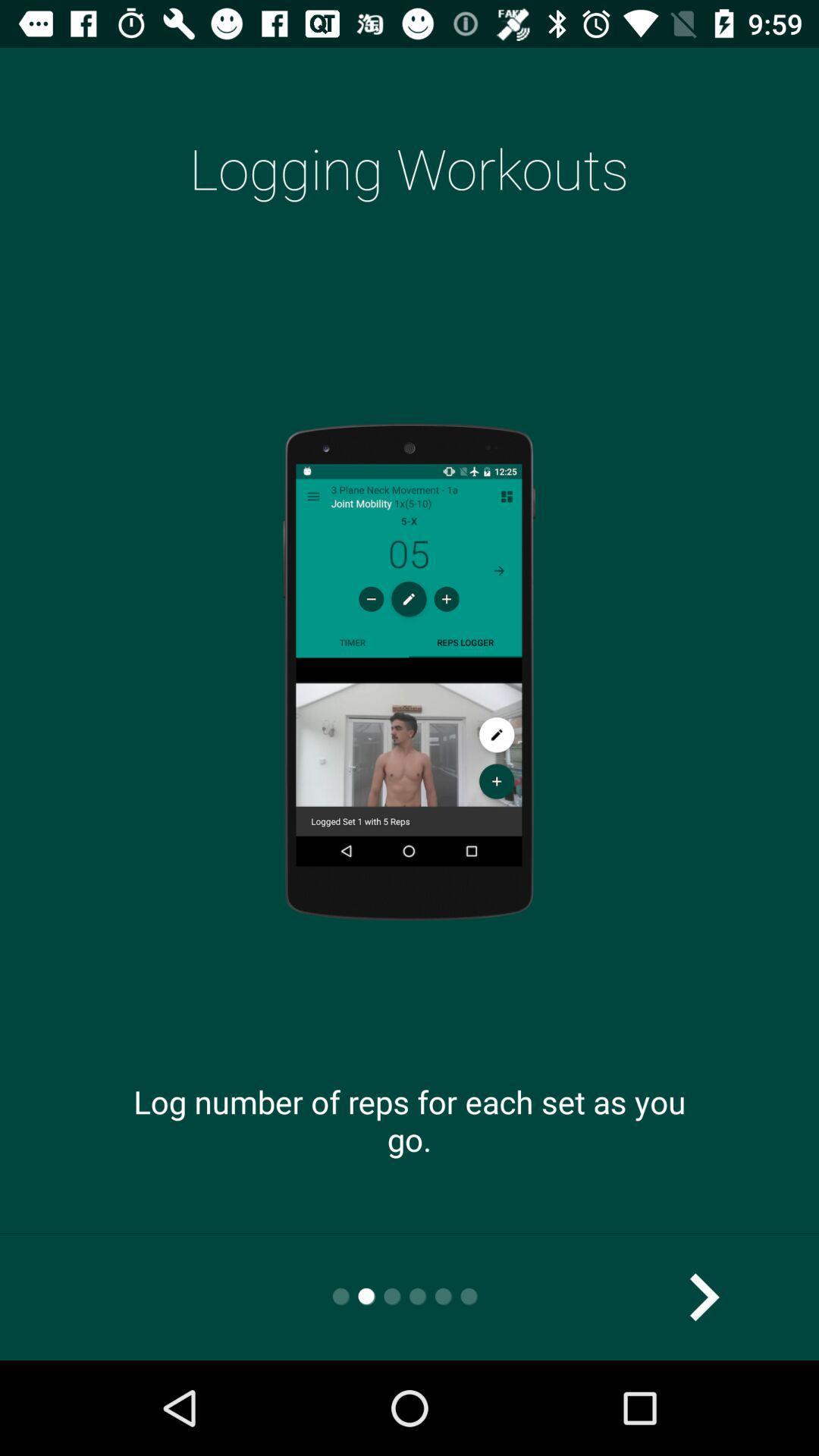  Describe the element at coordinates (703, 1296) in the screenshot. I see `next` at that location.